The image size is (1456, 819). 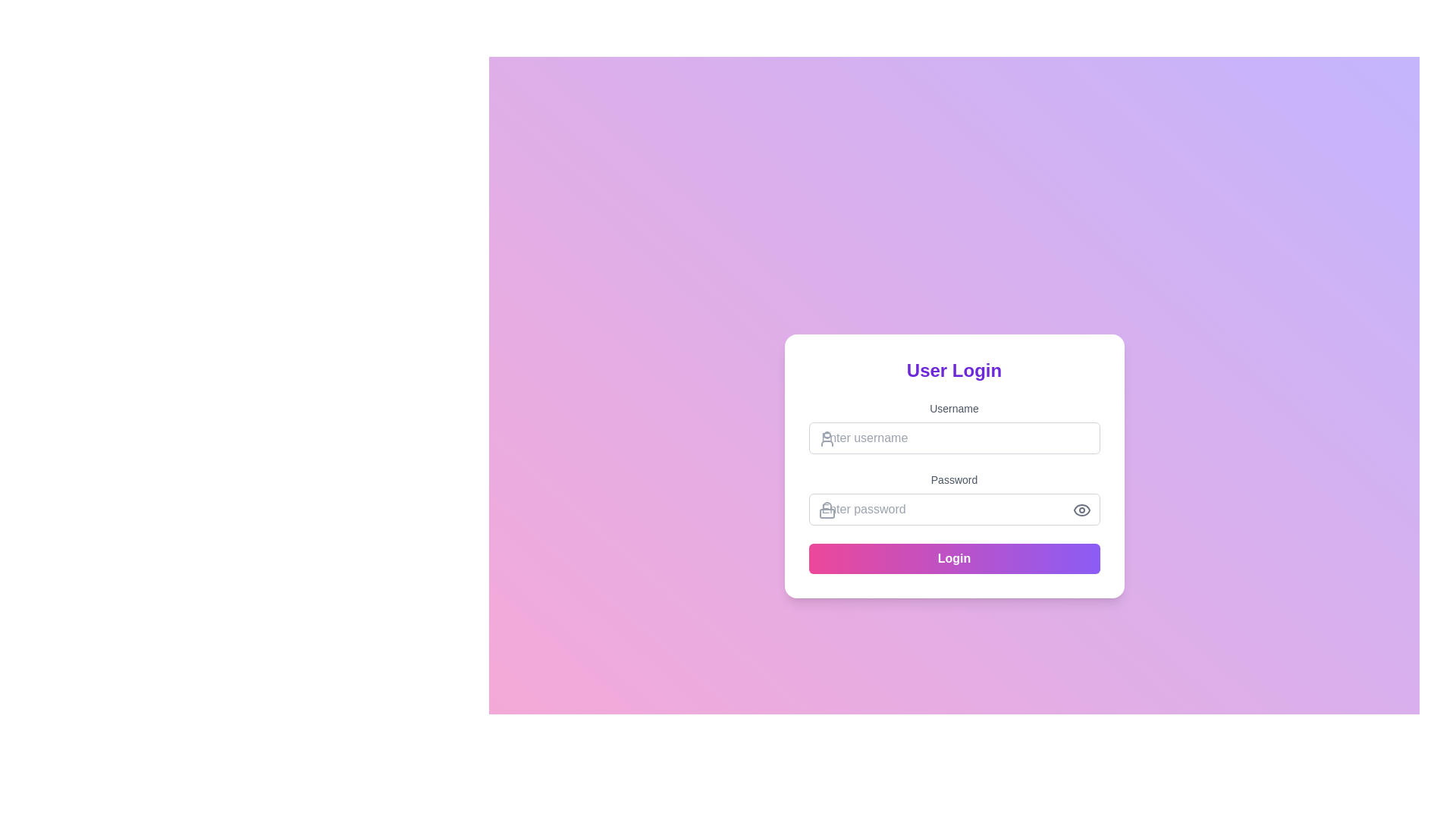 What do you see at coordinates (953, 479) in the screenshot?
I see `the Text Label that guides users to input their password, positioned above the password input field and below the 'Username' input section` at bounding box center [953, 479].